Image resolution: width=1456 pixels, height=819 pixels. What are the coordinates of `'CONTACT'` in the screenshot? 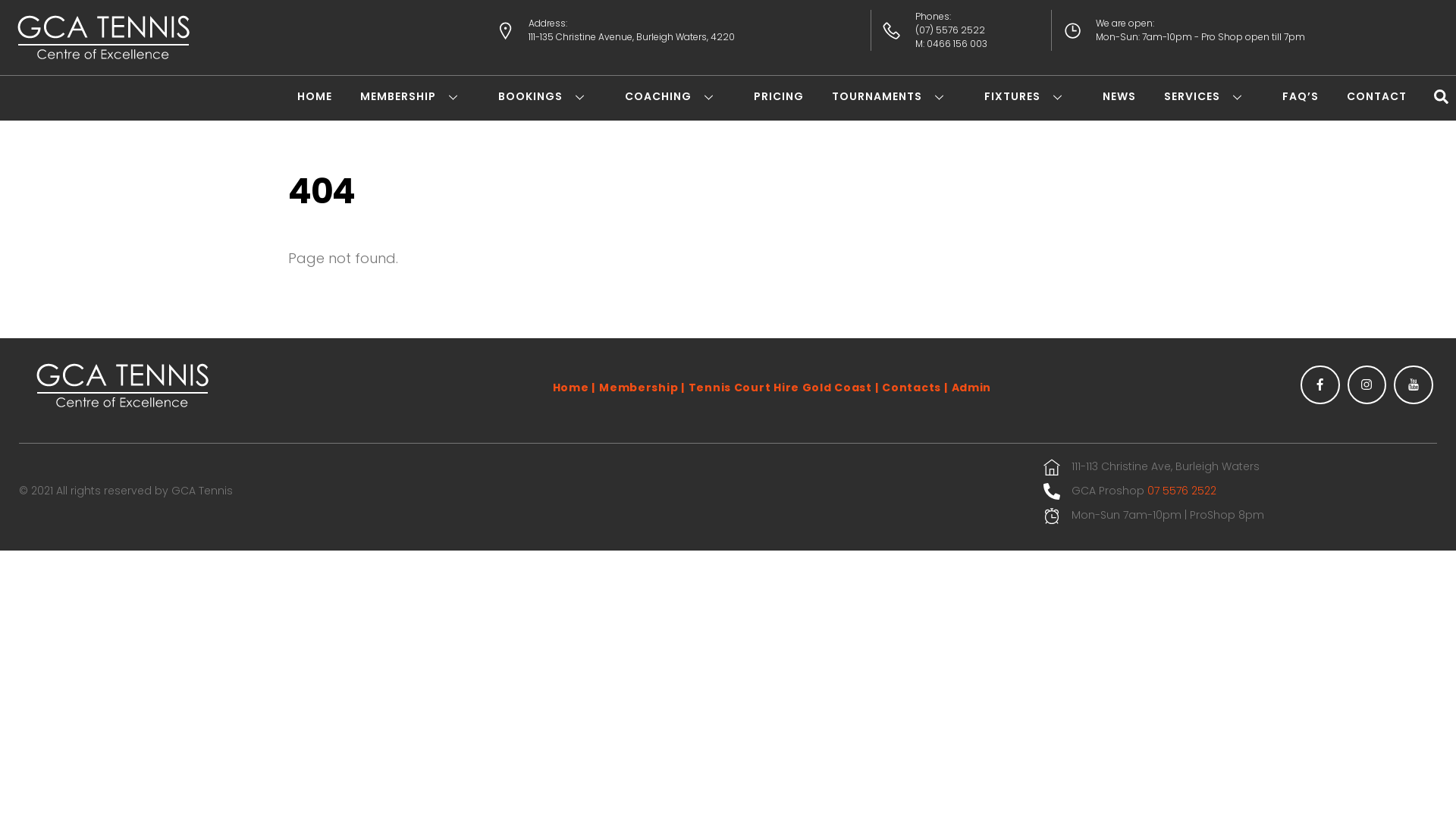 It's located at (1376, 96).